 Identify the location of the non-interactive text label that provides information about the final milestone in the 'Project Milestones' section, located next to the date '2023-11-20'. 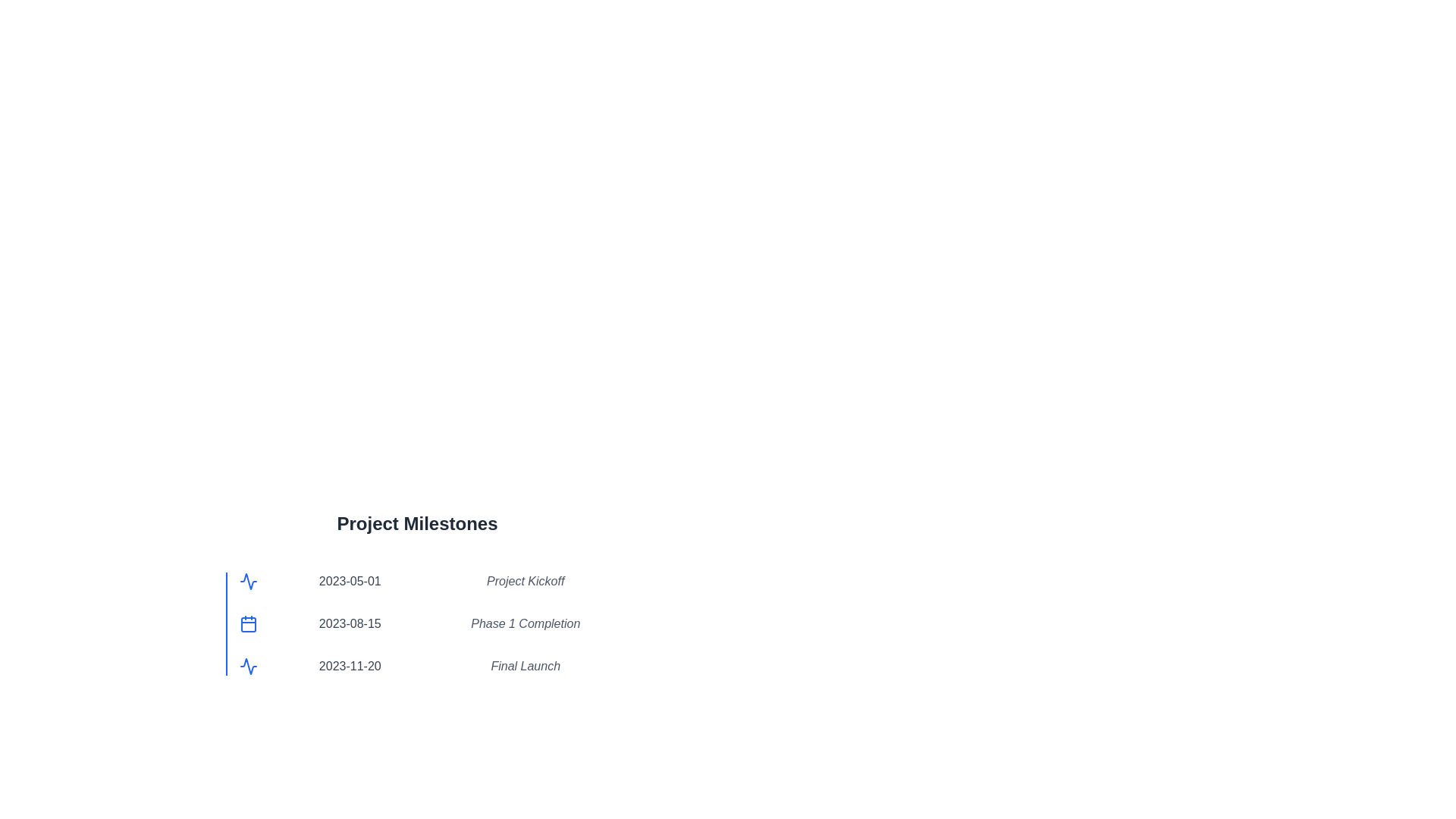
(526, 666).